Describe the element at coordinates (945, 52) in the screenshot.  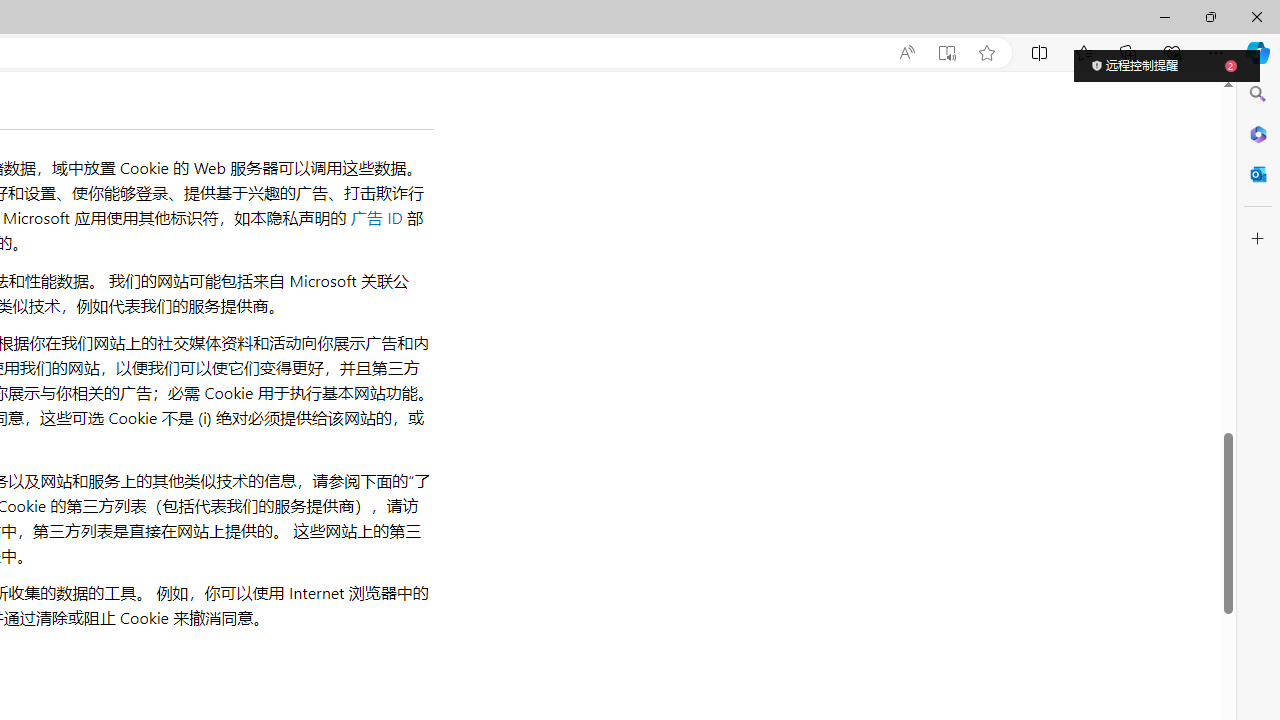
I see `'Enter Immersive Reader (F9)'` at that location.